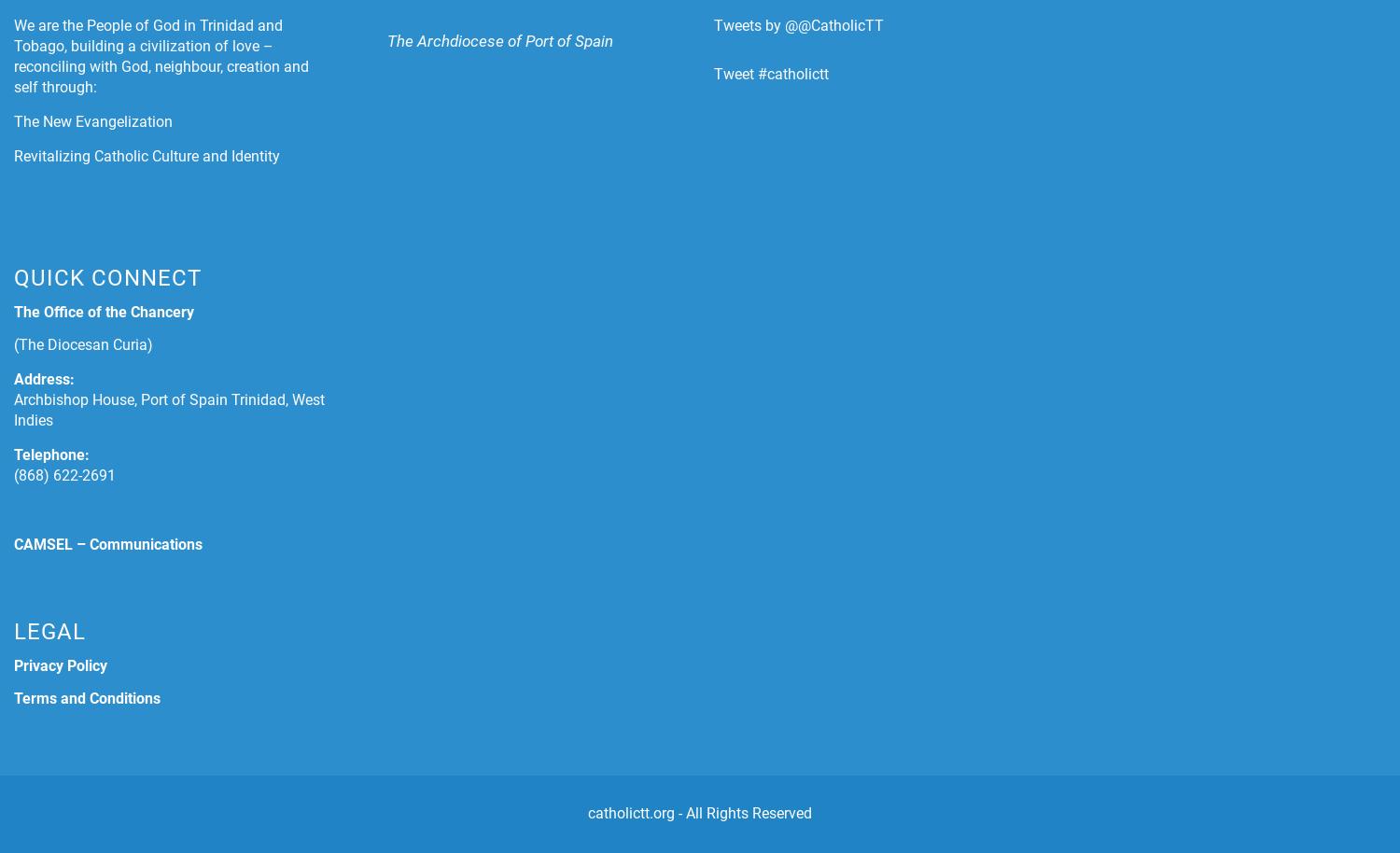 The image size is (1400, 853). What do you see at coordinates (63, 474) in the screenshot?
I see `'(868) 622-2691'` at bounding box center [63, 474].